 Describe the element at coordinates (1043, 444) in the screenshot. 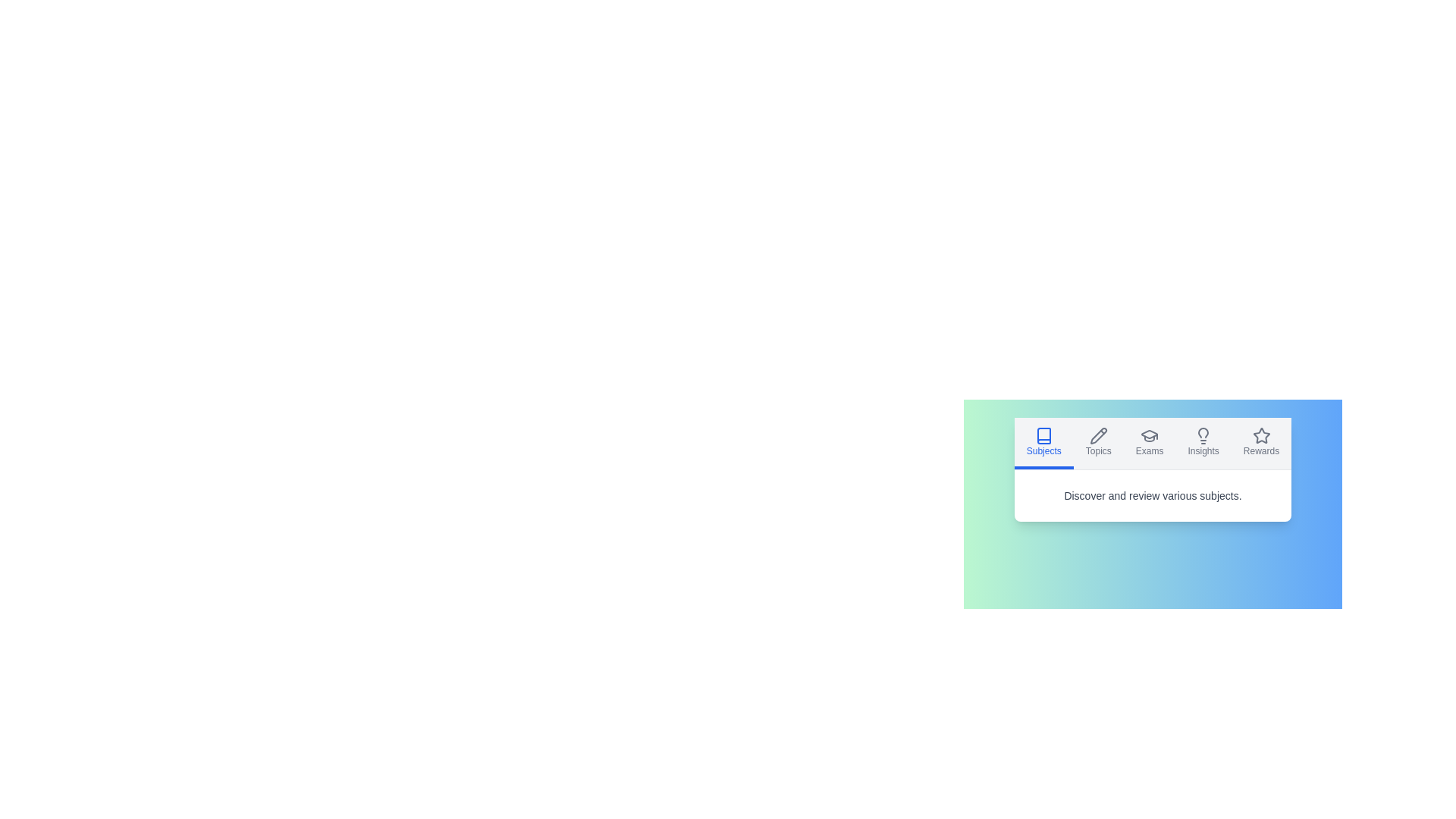

I see `the Subjects tab by clicking on its corresponding button` at that location.